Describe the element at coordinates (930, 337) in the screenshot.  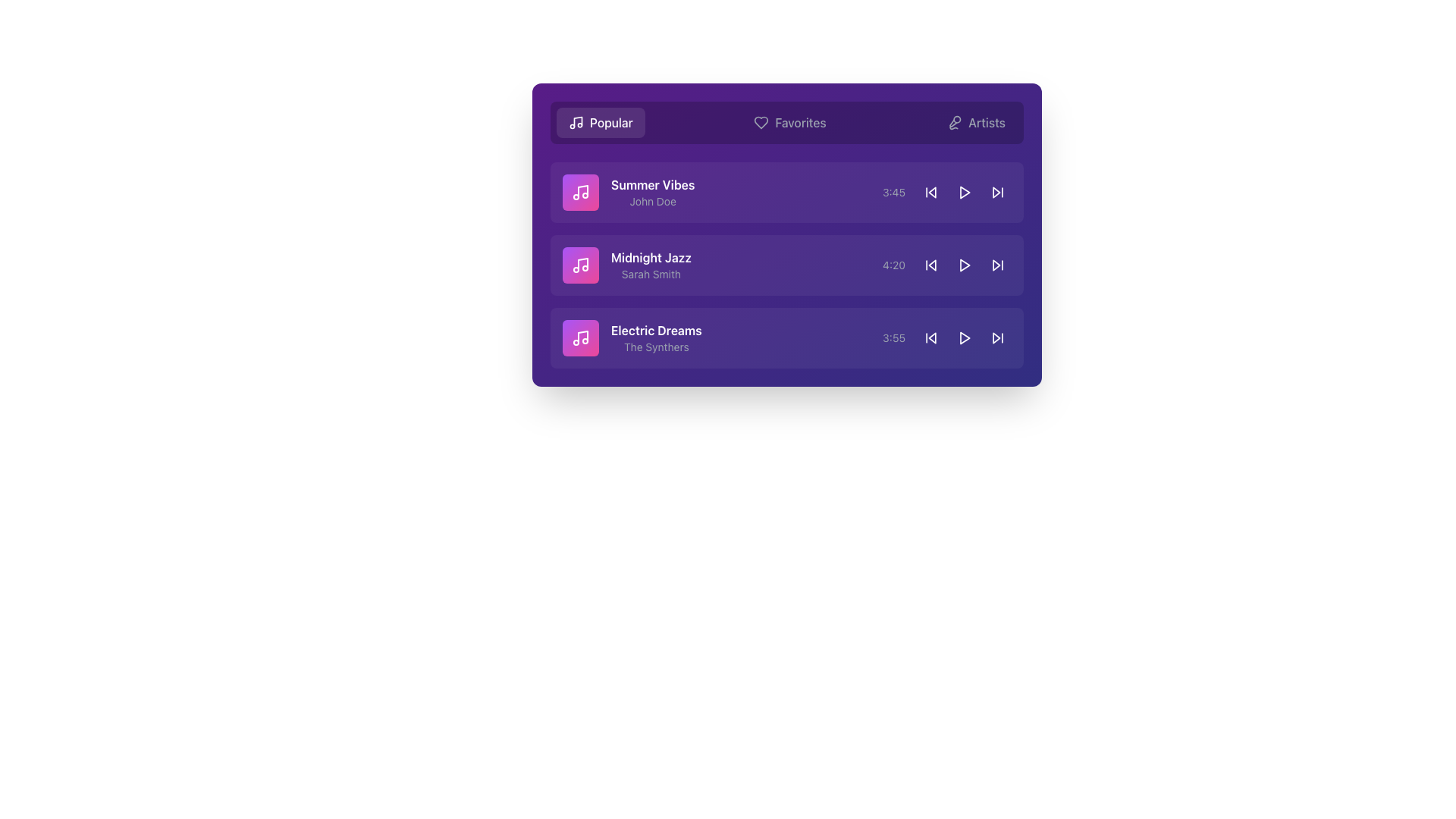
I see `the backward navigation button located on the far-right side of the playback controls` at that location.